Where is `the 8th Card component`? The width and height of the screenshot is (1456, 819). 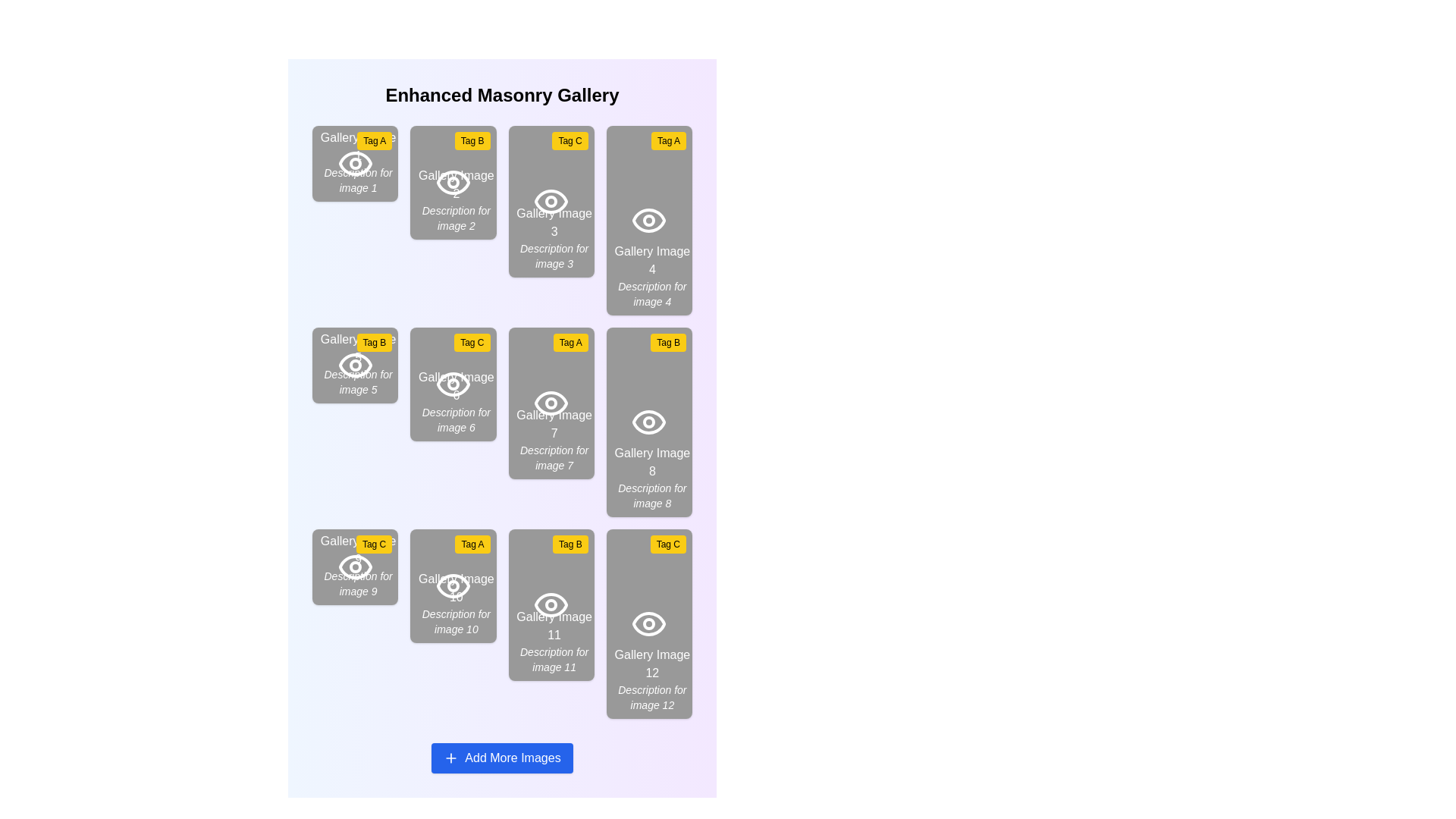 the 8th Card component is located at coordinates (649, 422).